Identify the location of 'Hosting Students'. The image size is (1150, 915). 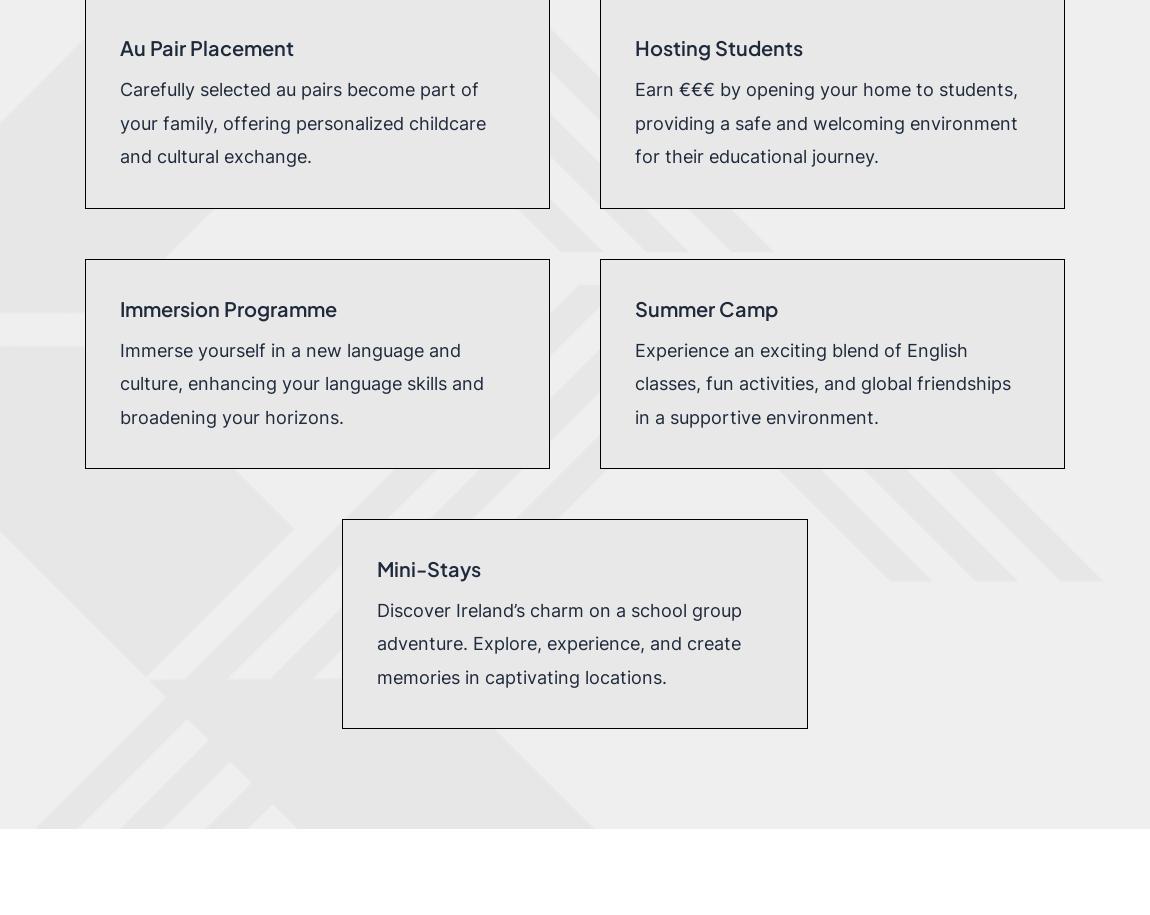
(717, 47).